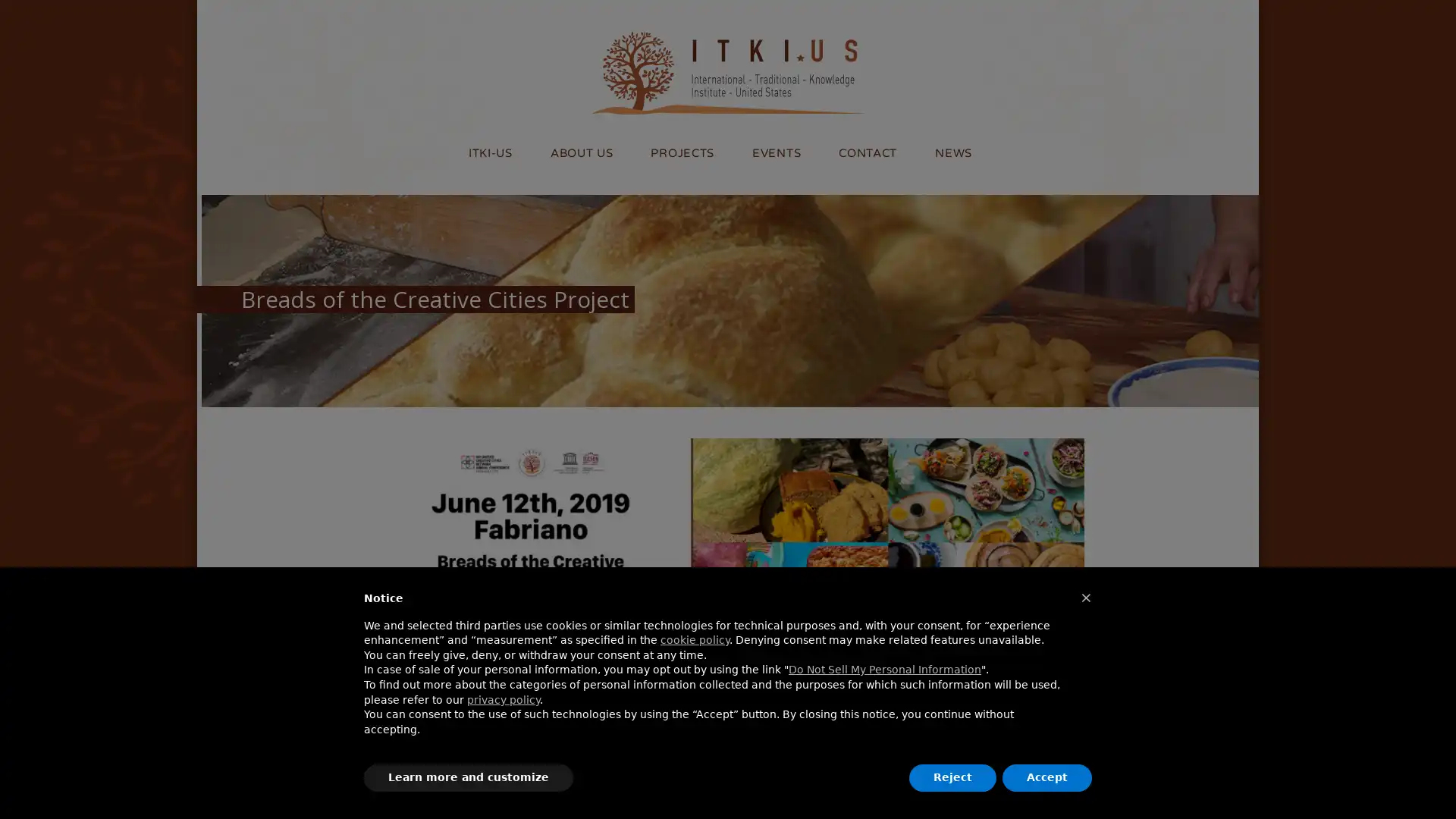 The width and height of the screenshot is (1456, 819). What do you see at coordinates (1046, 778) in the screenshot?
I see `Accept` at bounding box center [1046, 778].